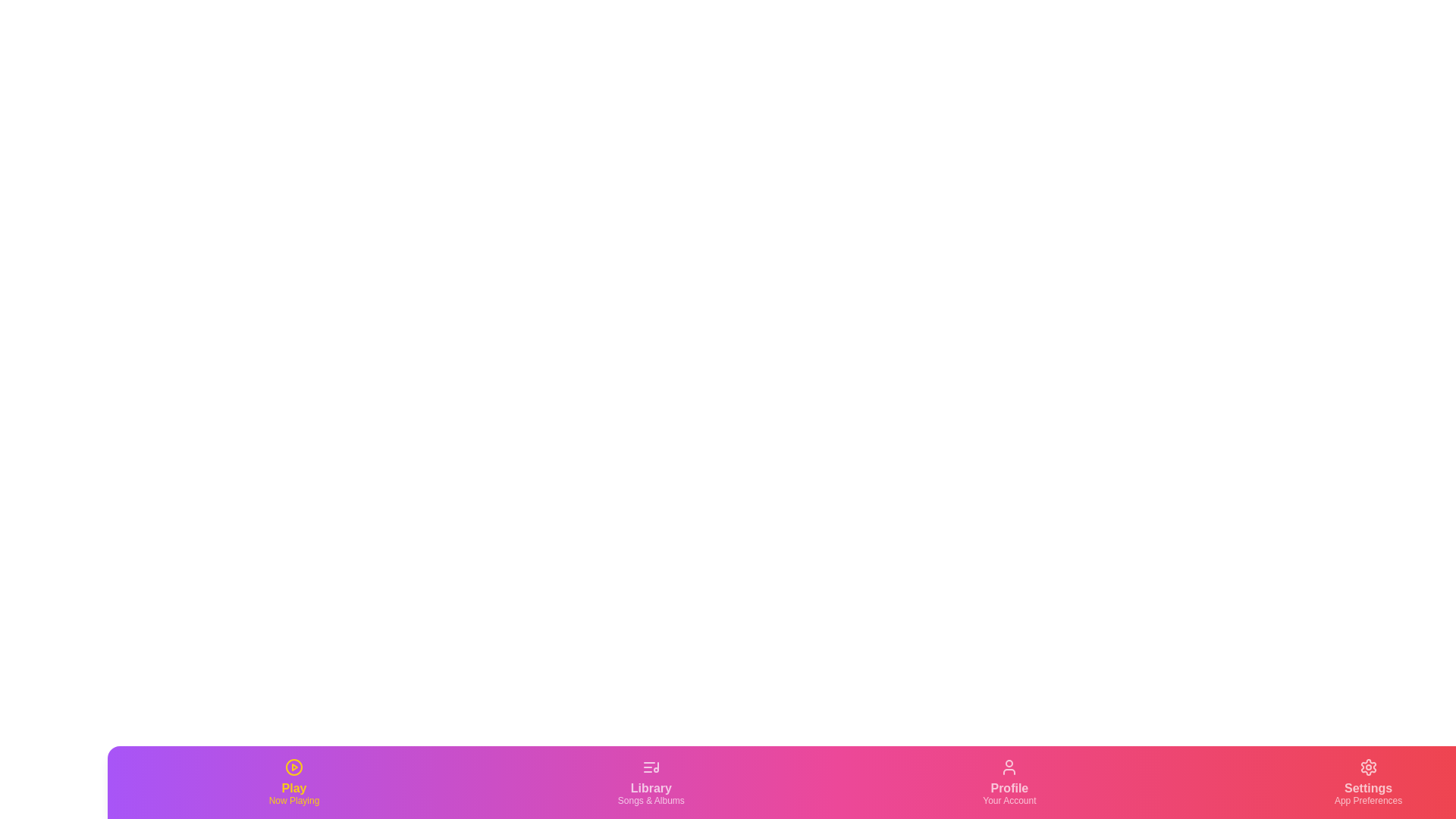 This screenshot has height=819, width=1456. What do you see at coordinates (651, 783) in the screenshot?
I see `the Library tab` at bounding box center [651, 783].